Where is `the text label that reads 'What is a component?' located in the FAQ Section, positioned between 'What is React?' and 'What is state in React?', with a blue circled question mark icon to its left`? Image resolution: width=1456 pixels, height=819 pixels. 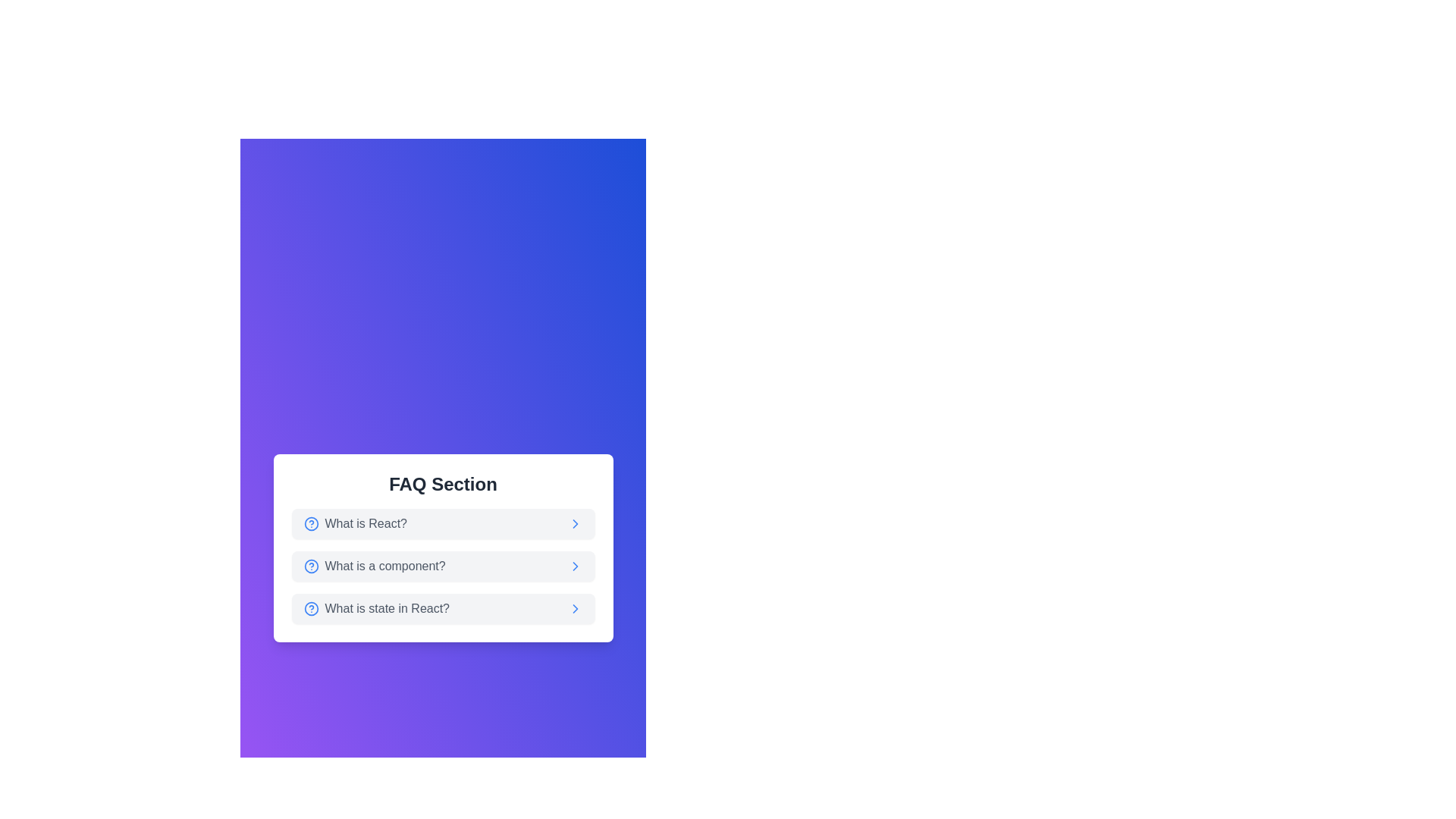 the text label that reads 'What is a component?' located in the FAQ Section, positioned between 'What is React?' and 'What is state in React?', with a blue circled question mark icon to its left is located at coordinates (375, 566).